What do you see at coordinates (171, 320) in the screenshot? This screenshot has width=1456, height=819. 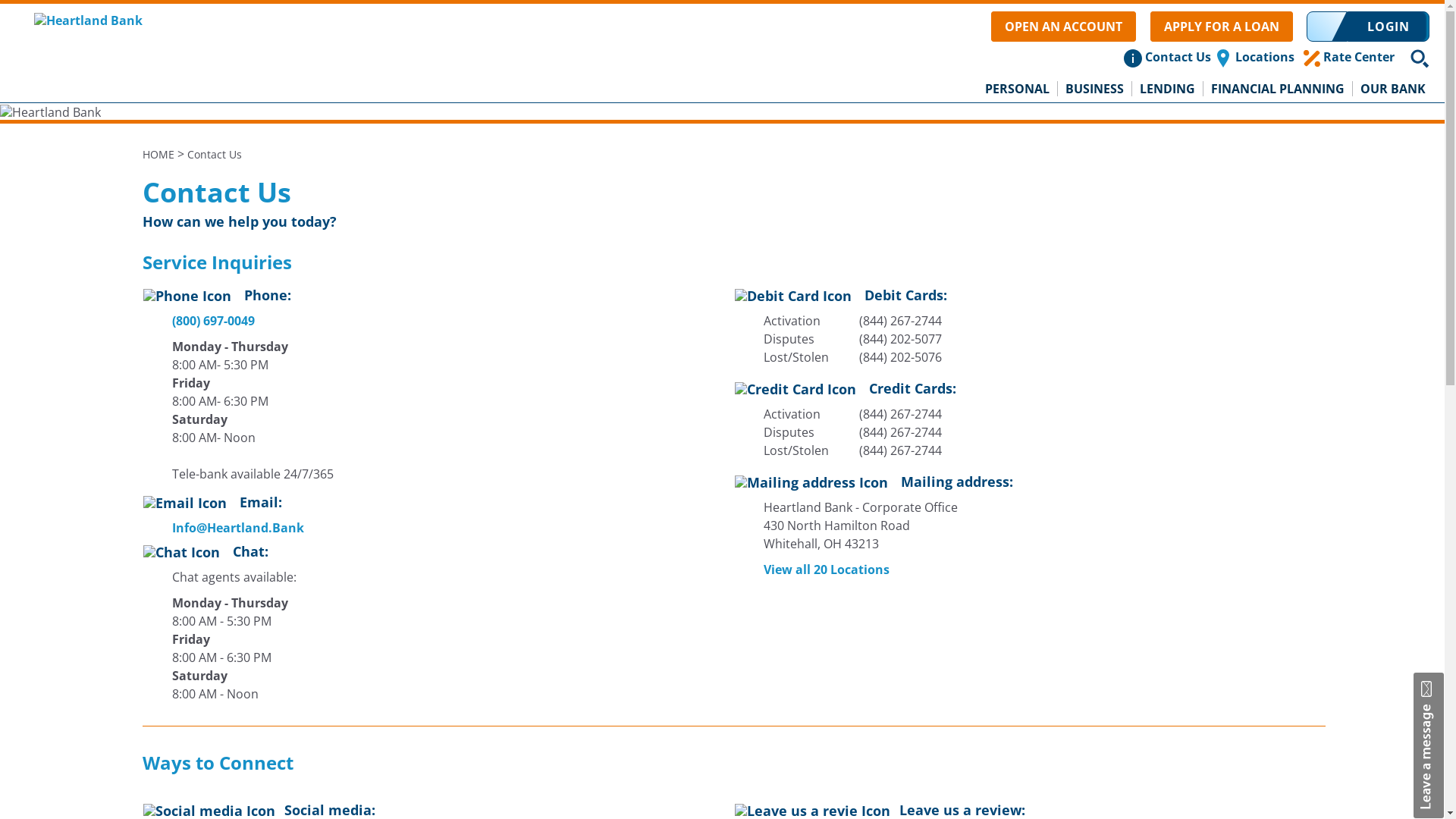 I see `'(800) 697-0049'` at bounding box center [171, 320].